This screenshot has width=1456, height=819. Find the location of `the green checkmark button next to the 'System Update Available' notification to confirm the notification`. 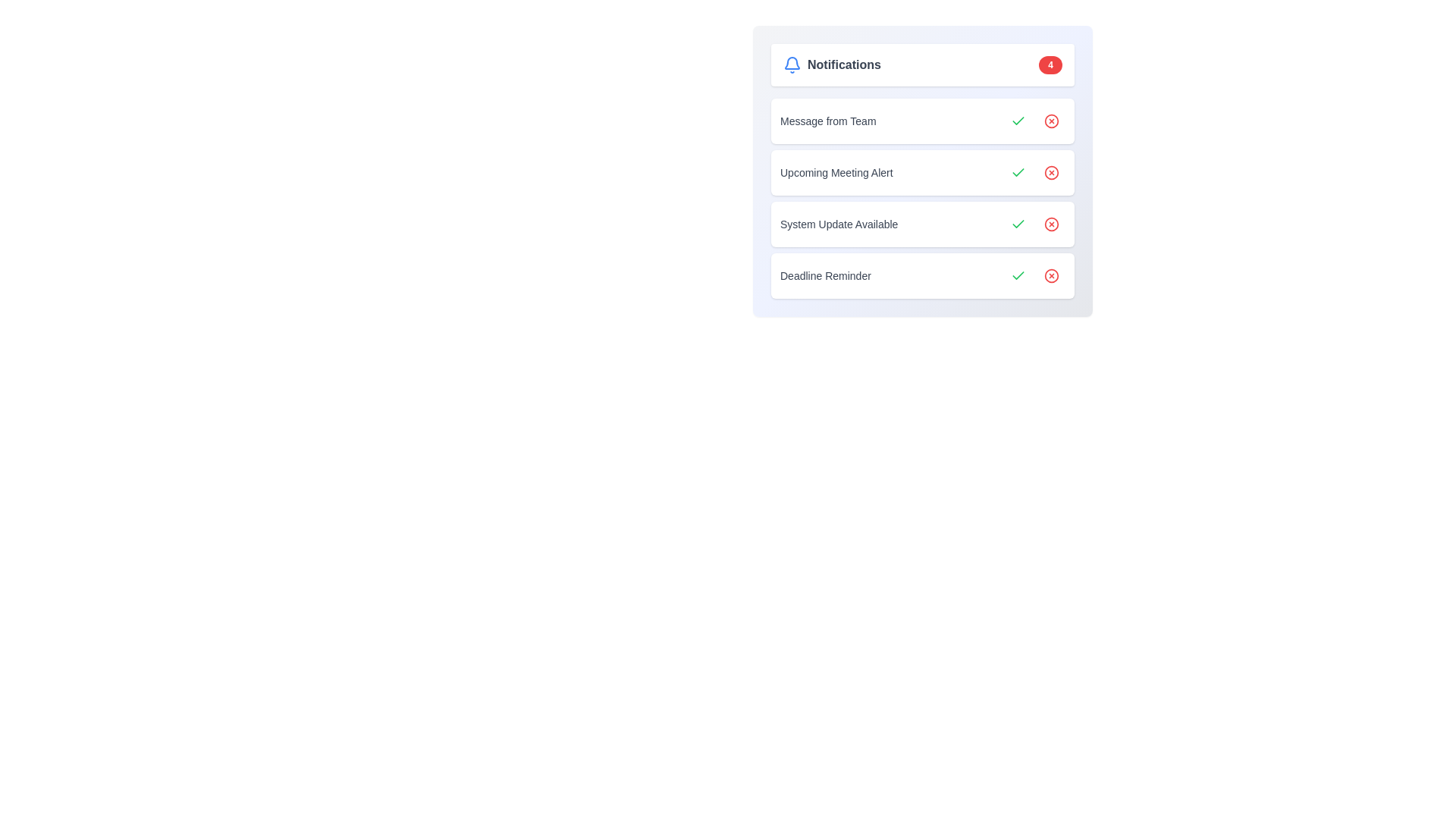

the green checkmark button next to the 'System Update Available' notification to confirm the notification is located at coordinates (1018, 224).